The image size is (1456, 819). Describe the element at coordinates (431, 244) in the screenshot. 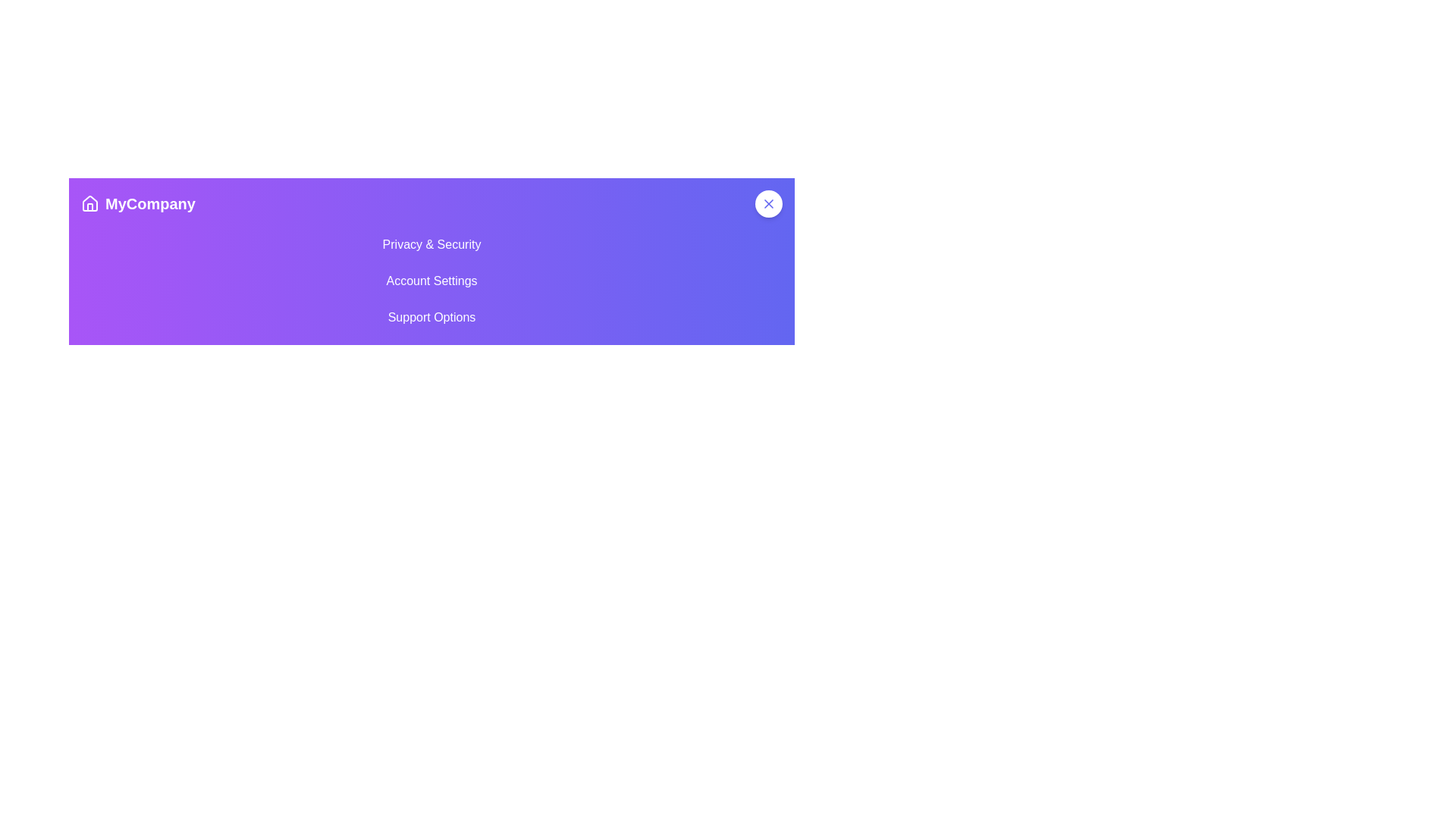

I see `the 'Privacy & Security' navigation link, which is the first item in a vertically stacked menu list styled with white font against a purple to blue background` at that location.